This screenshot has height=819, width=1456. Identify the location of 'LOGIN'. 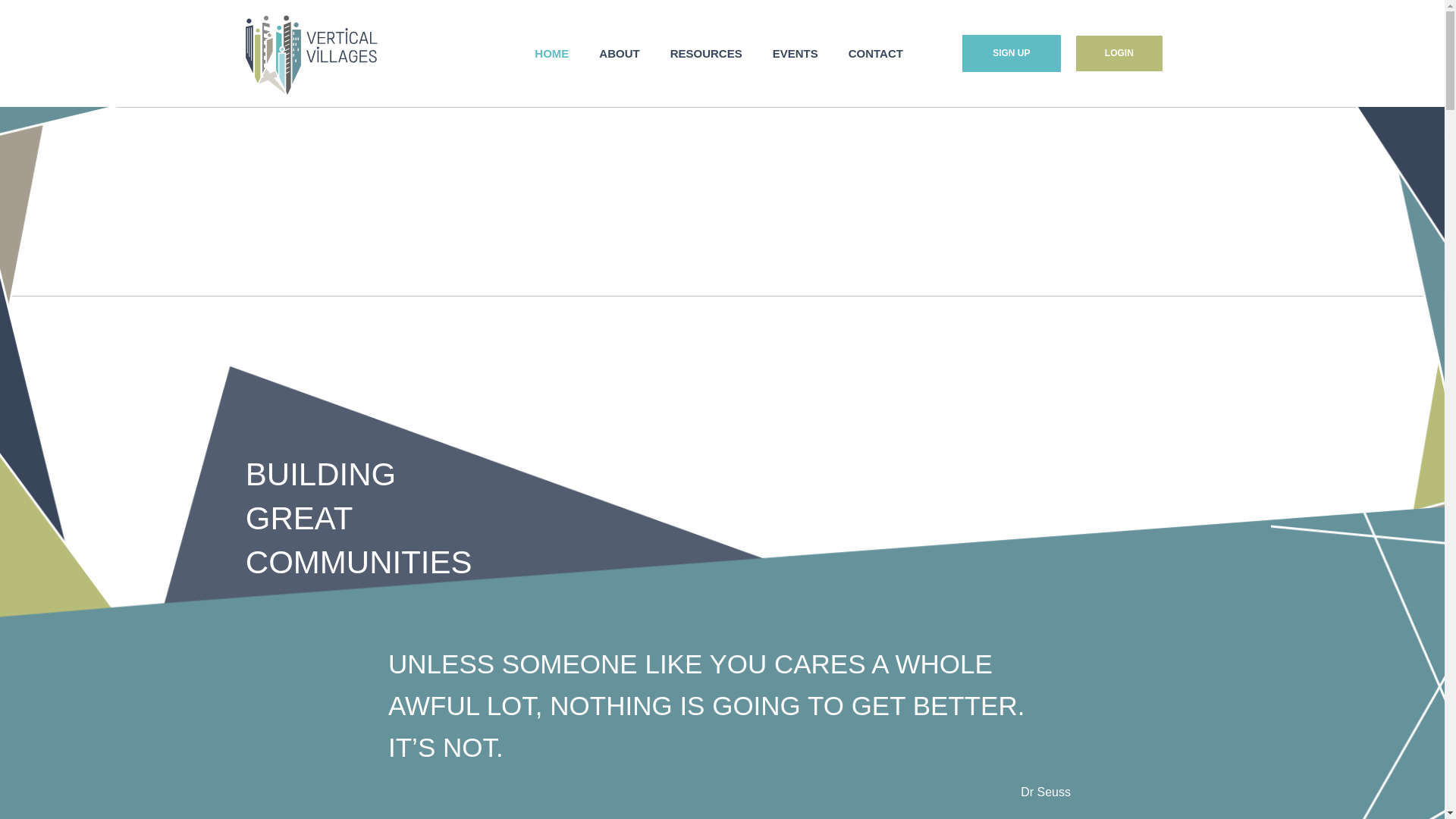
(1119, 52).